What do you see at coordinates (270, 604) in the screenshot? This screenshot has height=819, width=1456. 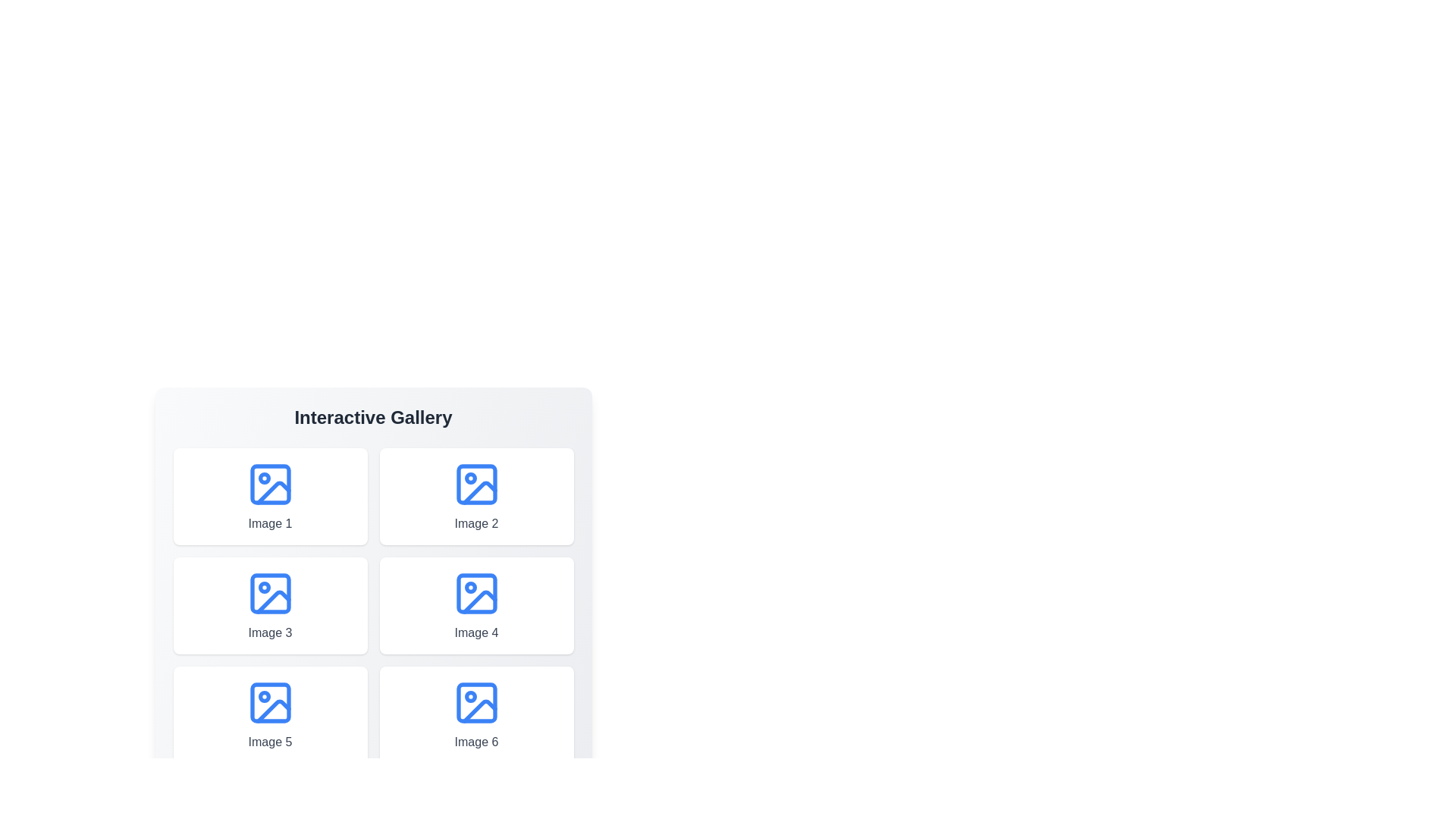 I see `the image labeled Image 3 to view its details` at bounding box center [270, 604].